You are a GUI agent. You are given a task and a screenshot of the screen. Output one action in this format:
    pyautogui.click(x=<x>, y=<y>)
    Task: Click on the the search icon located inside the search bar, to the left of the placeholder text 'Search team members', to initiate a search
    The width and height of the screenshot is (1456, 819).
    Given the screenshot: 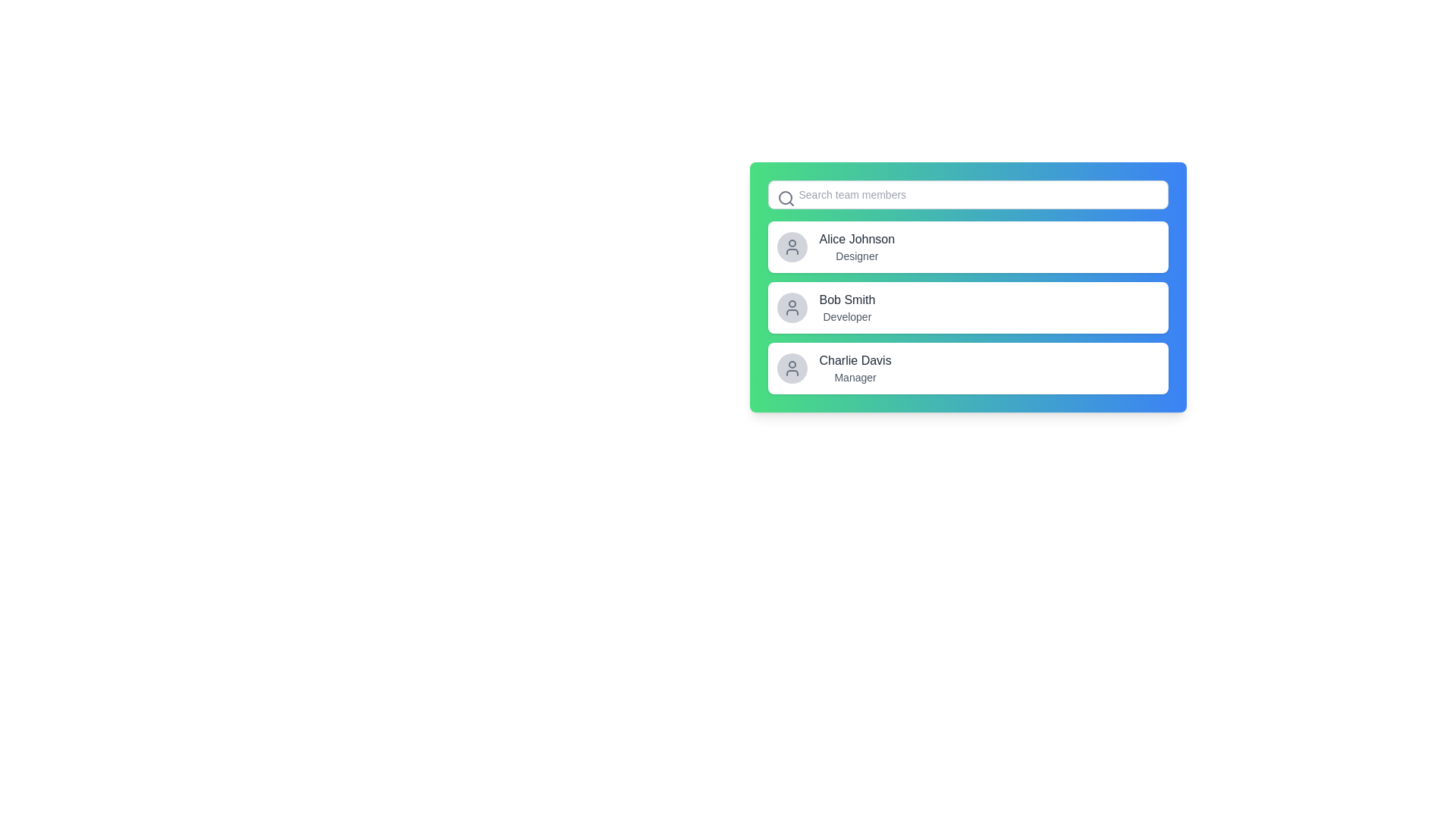 What is the action you would take?
    pyautogui.click(x=786, y=198)
    